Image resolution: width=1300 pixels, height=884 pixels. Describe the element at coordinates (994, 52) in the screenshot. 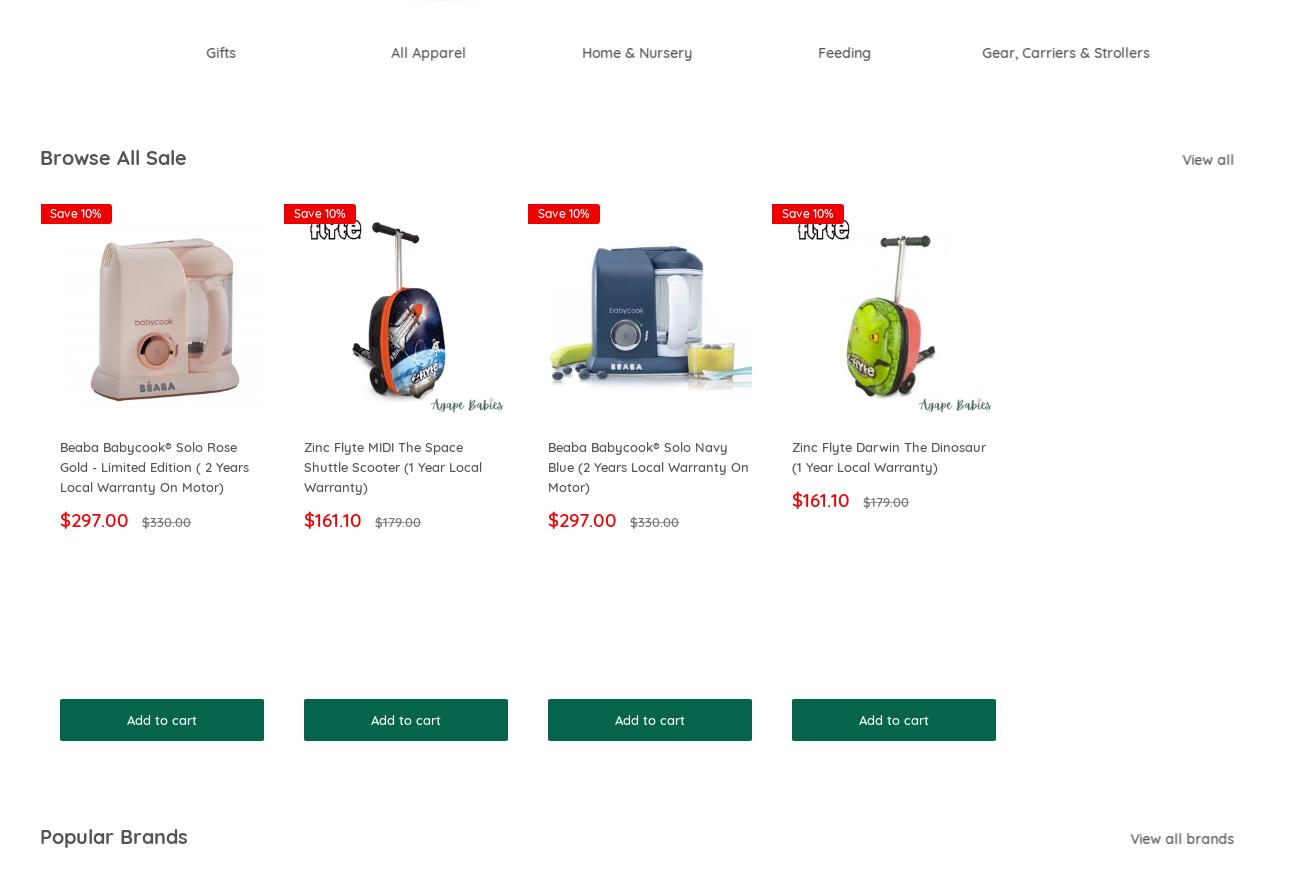

I see `'Gear, Carriers & Strollers'` at that location.